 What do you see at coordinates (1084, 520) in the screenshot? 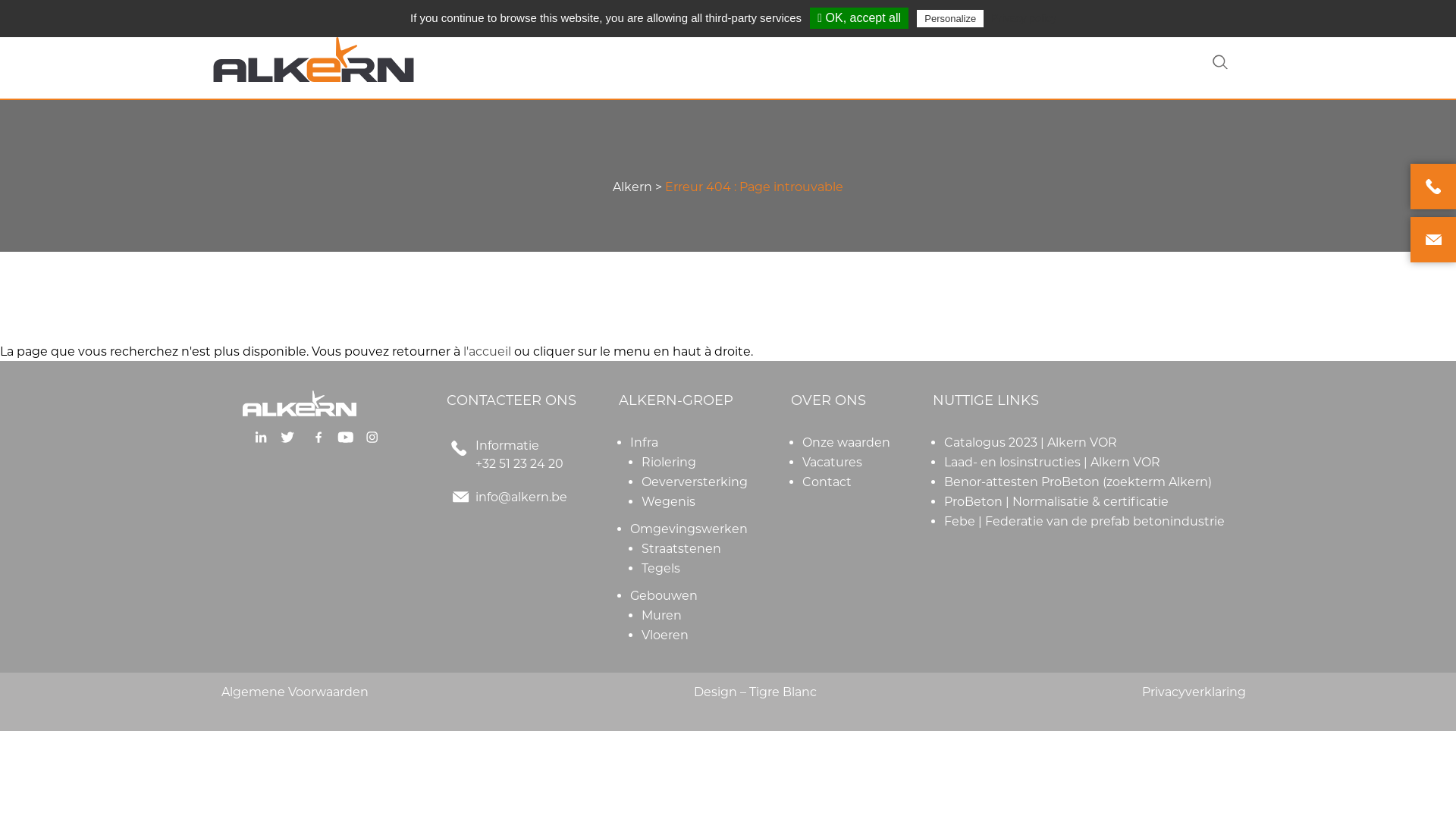
I see `'Febe | Federatie van de prefab betonindustrie'` at bounding box center [1084, 520].